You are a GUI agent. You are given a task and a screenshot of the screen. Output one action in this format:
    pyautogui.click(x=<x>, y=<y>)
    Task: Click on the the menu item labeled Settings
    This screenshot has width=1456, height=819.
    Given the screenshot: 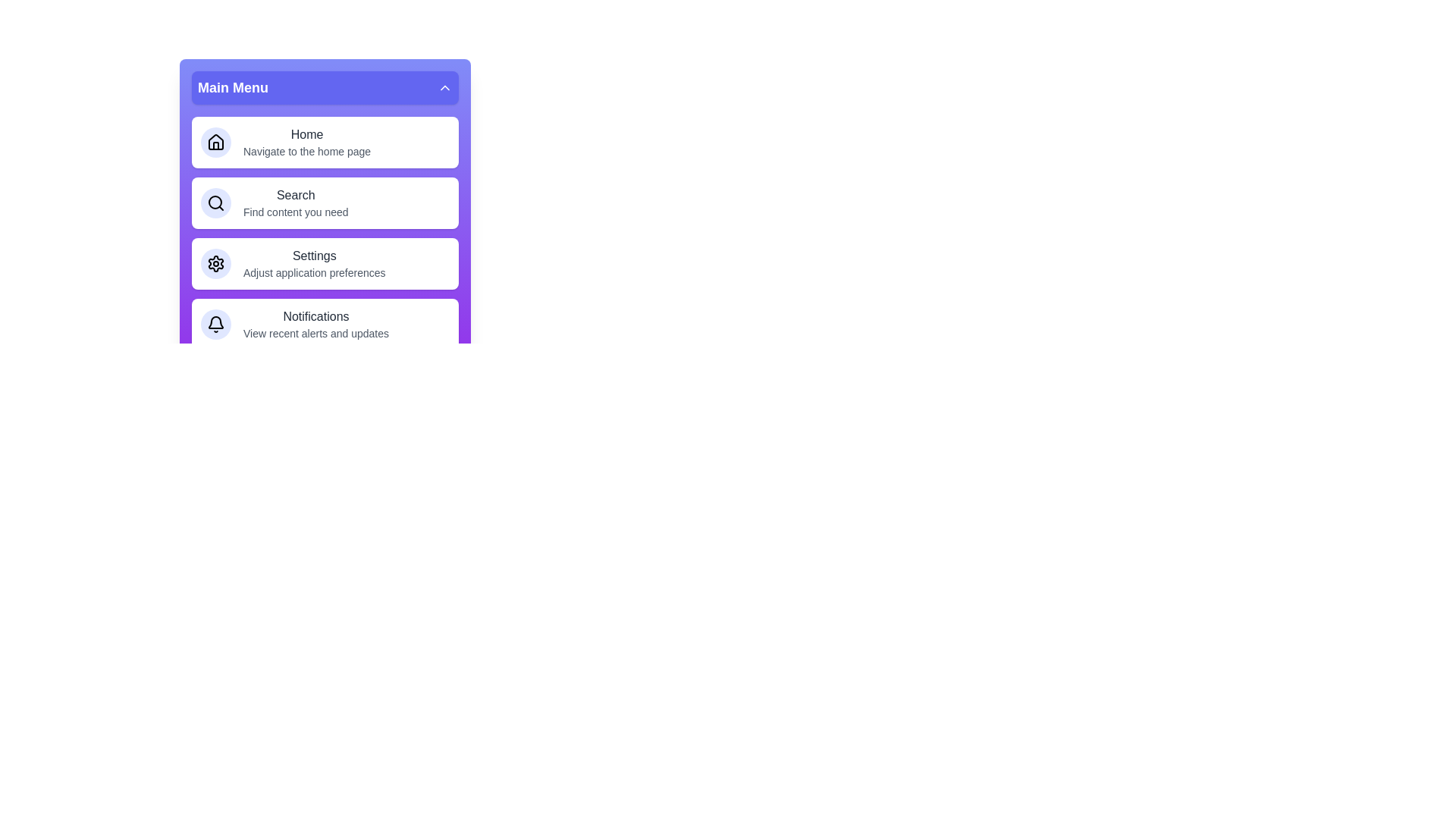 What is the action you would take?
    pyautogui.click(x=324, y=262)
    